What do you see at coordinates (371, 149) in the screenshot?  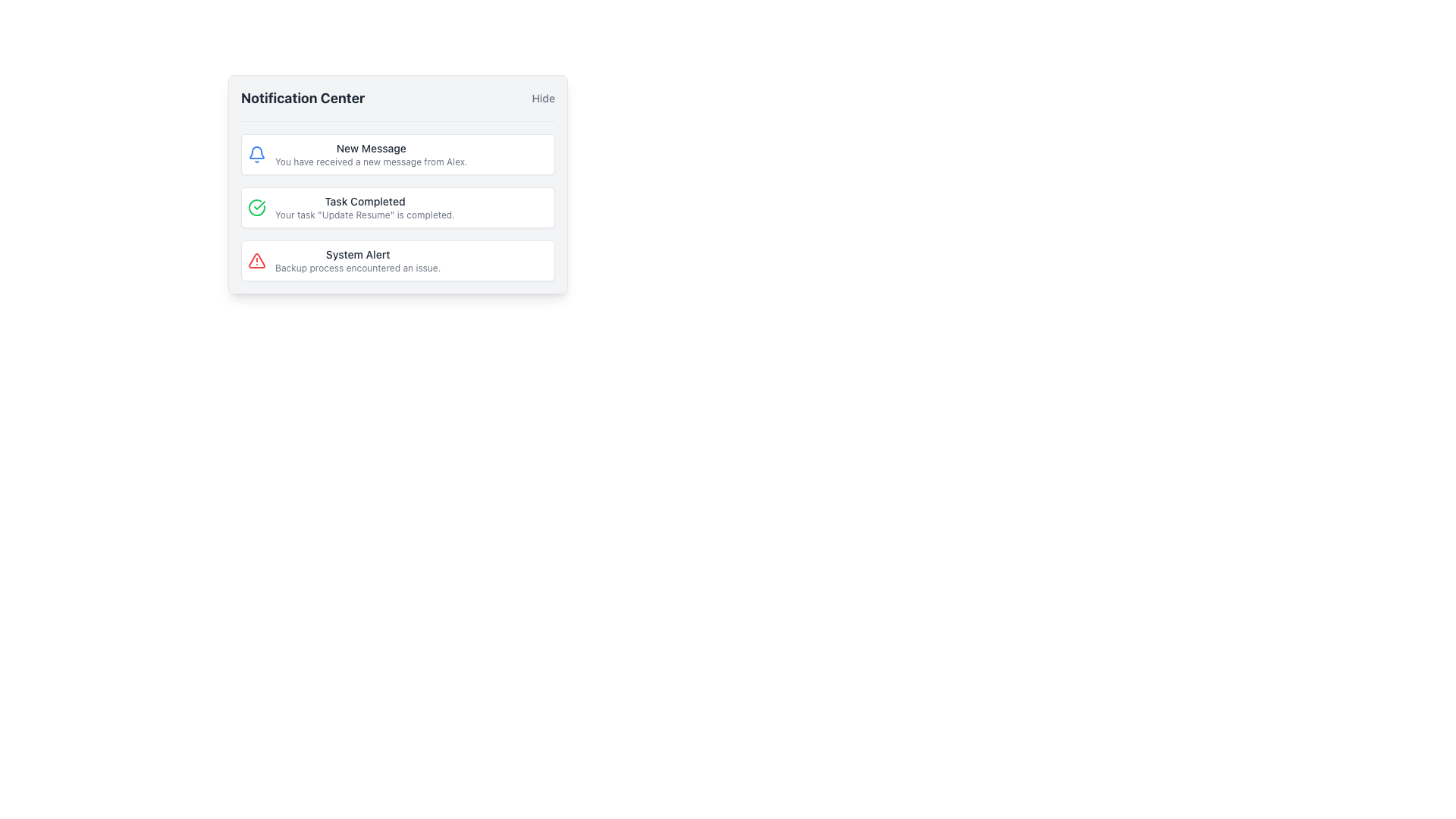 I see `the bold 'New Message' text in the first notification card, which is styled in dark gray and is the primary label in the notification card` at bounding box center [371, 149].